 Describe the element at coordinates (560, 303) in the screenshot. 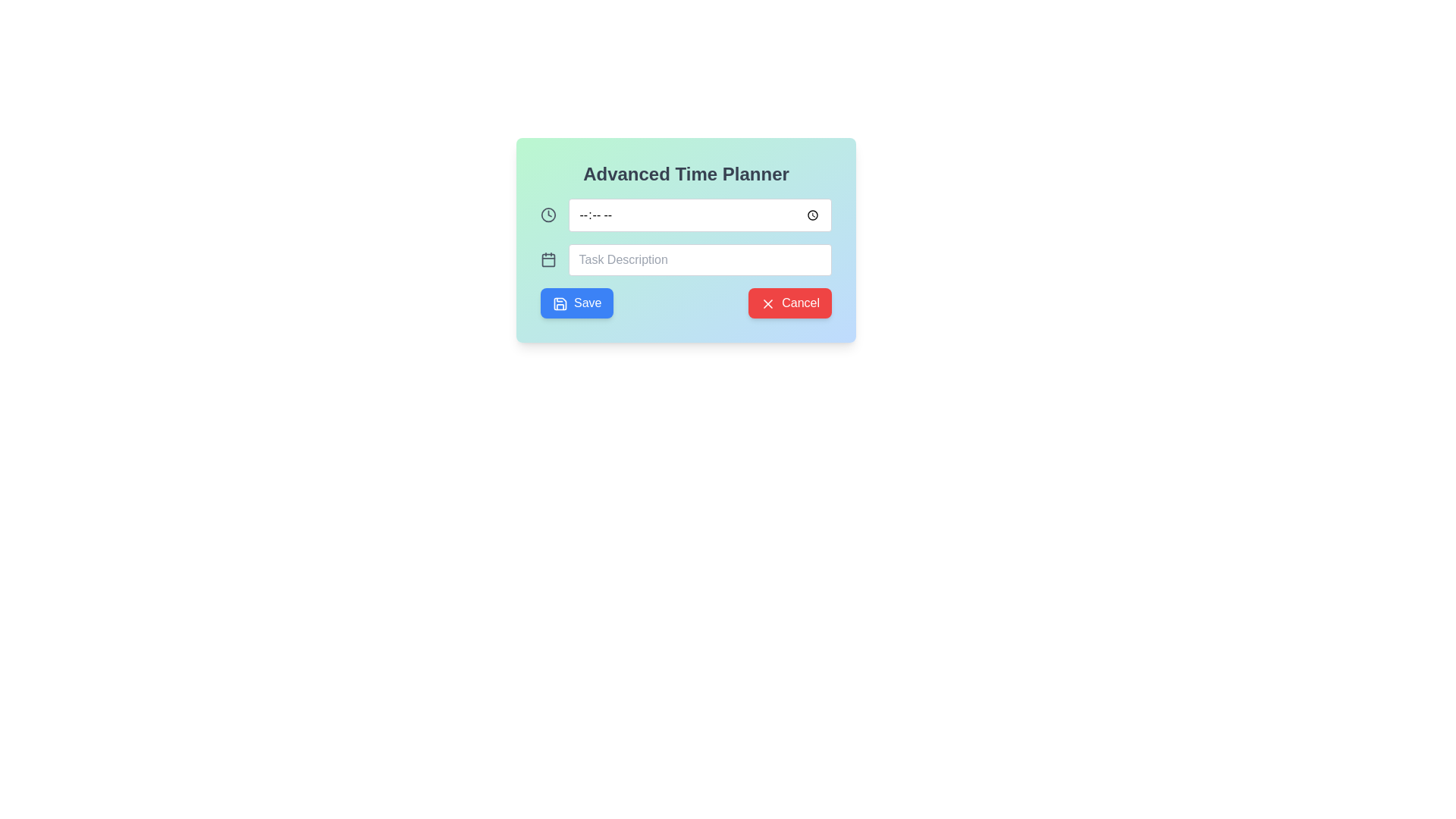

I see `the blue 'Save' button located in the lower left side of the 'Advanced Time Planner' modal` at that location.